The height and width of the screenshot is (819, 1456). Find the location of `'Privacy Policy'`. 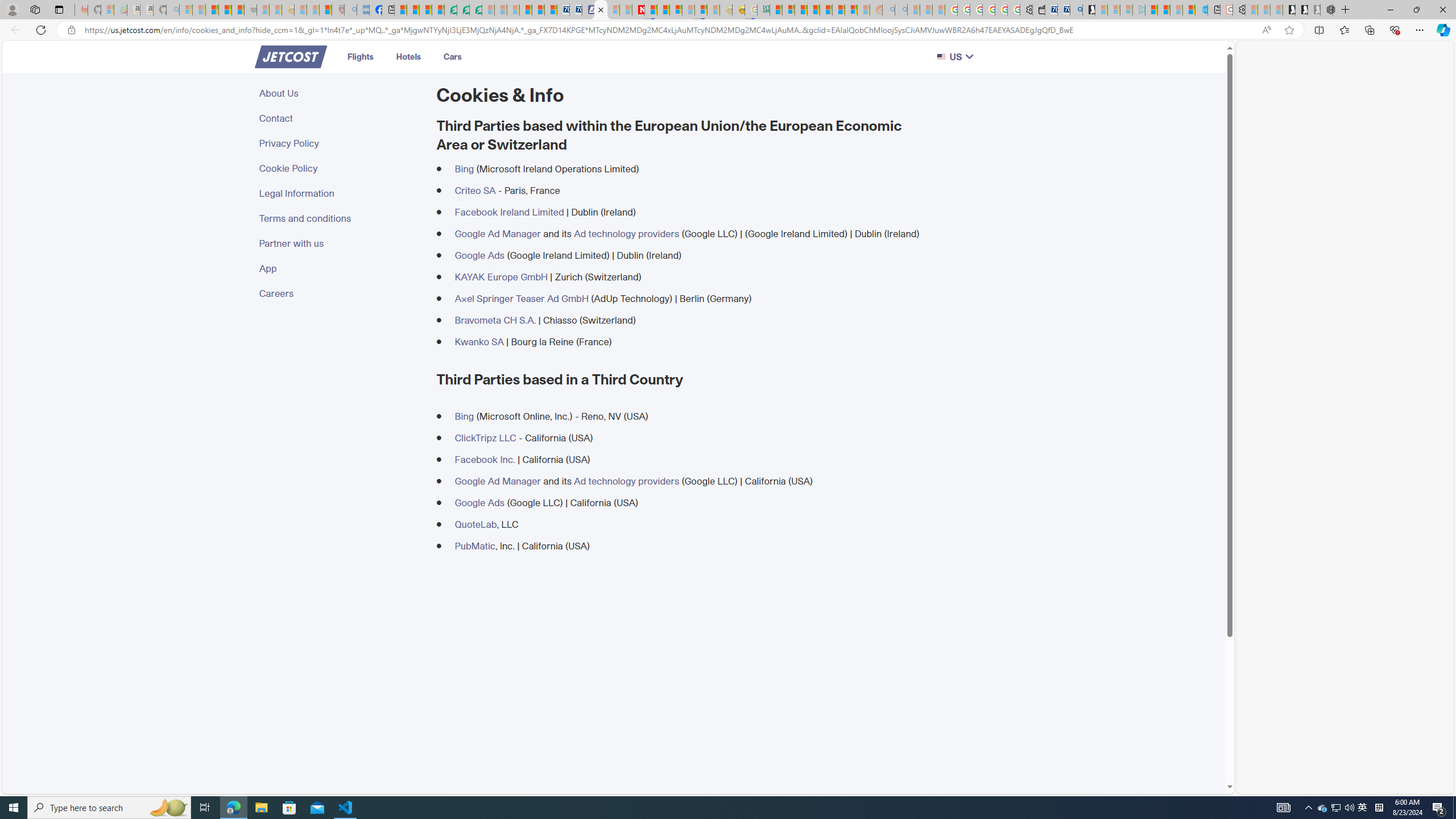

'Privacy Policy' is located at coordinates (341, 142).